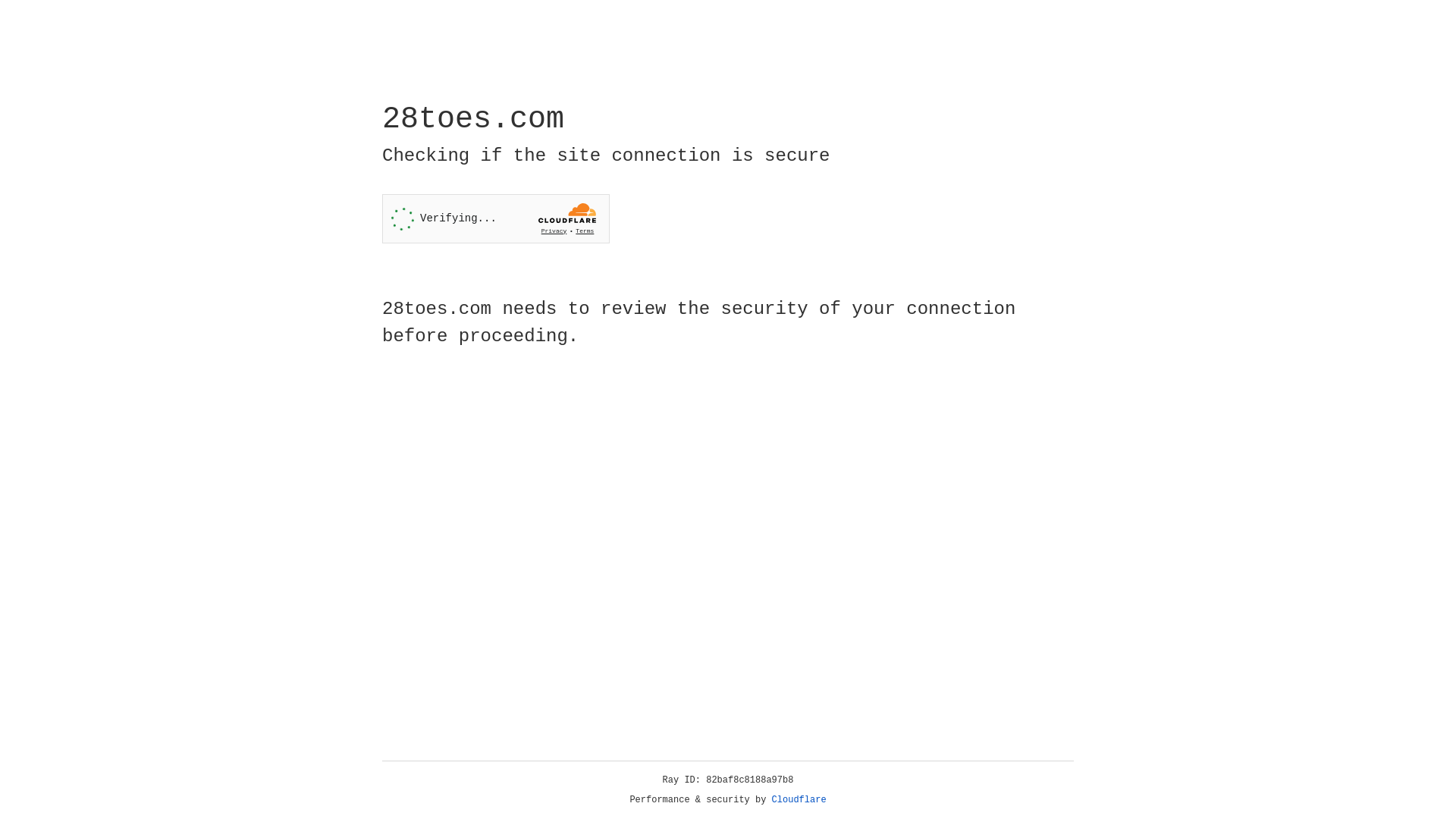 Image resolution: width=1456 pixels, height=819 pixels. I want to click on 'Cloudflare', so click(799, 799).